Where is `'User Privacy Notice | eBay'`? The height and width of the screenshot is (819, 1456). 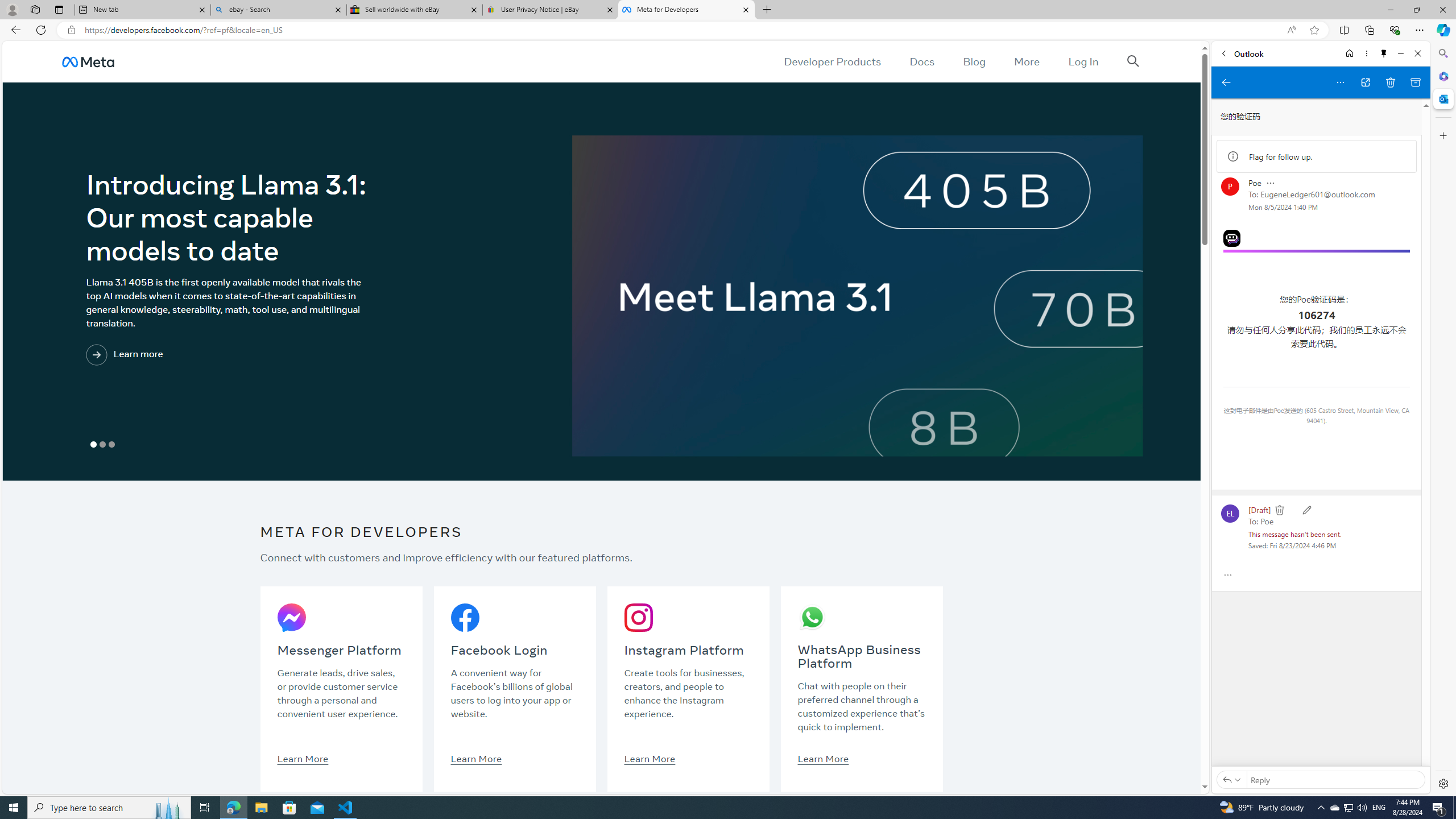
'User Privacy Notice | eBay' is located at coordinates (549, 9).